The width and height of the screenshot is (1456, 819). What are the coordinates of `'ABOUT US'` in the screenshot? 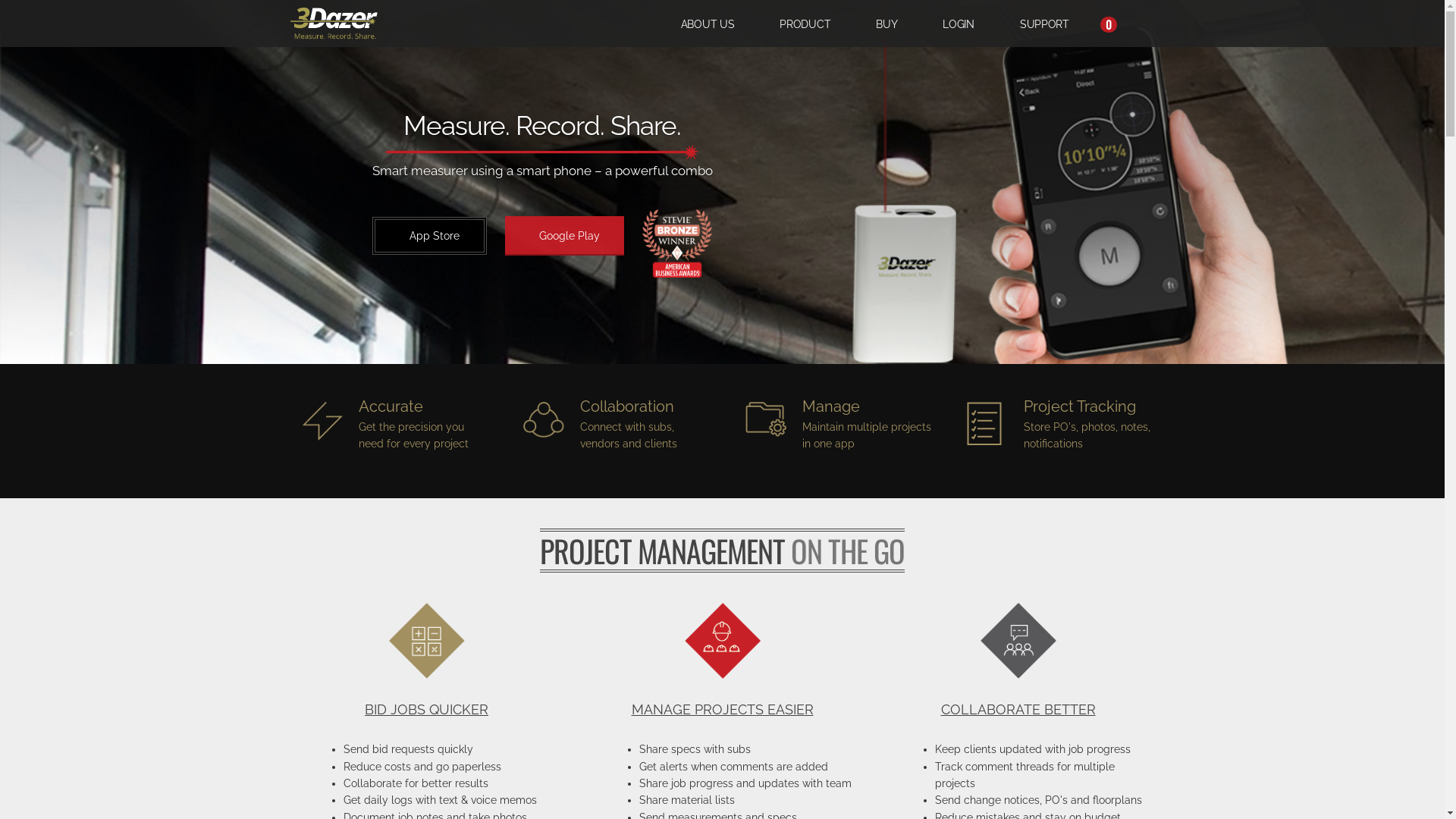 It's located at (707, 23).